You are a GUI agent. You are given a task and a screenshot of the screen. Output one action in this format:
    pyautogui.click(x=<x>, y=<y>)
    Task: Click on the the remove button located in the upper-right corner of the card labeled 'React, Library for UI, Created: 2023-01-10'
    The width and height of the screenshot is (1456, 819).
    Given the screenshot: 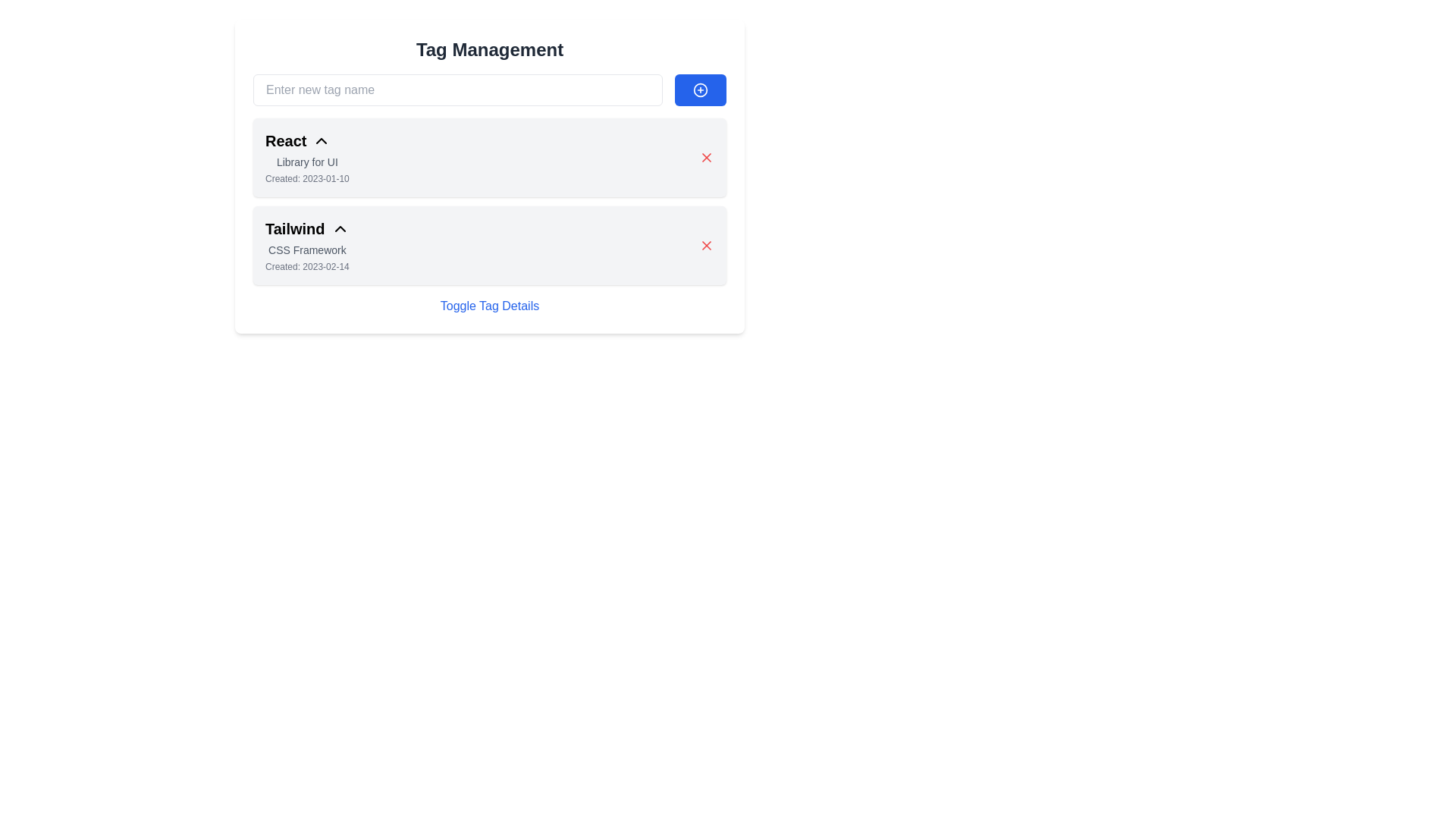 What is the action you would take?
    pyautogui.click(x=705, y=158)
    